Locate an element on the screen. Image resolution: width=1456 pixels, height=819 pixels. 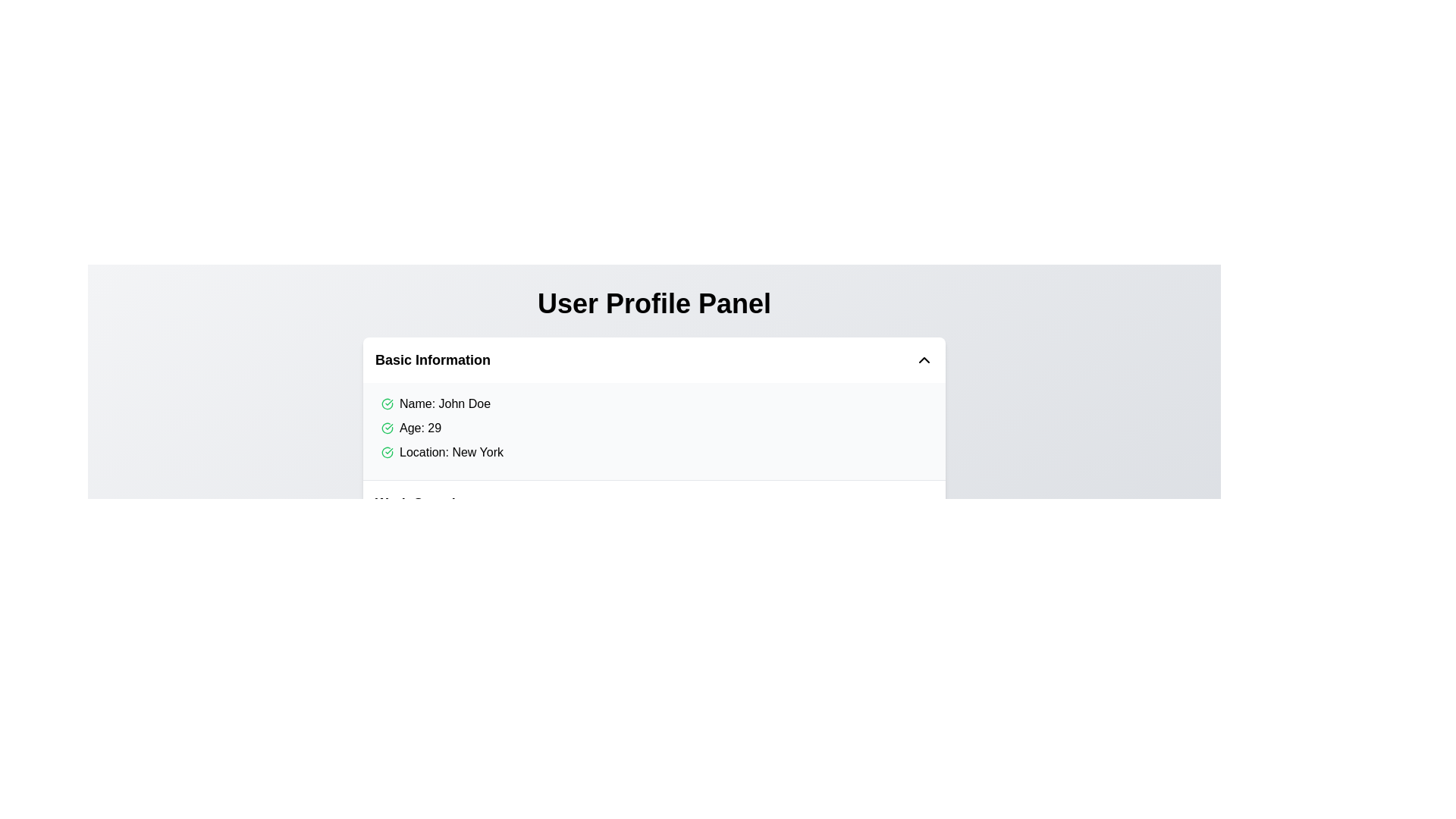
displayed text of the 'Basic Information' label, which is a bold text component located near the top of a collapsible section in the user interface is located at coordinates (432, 359).